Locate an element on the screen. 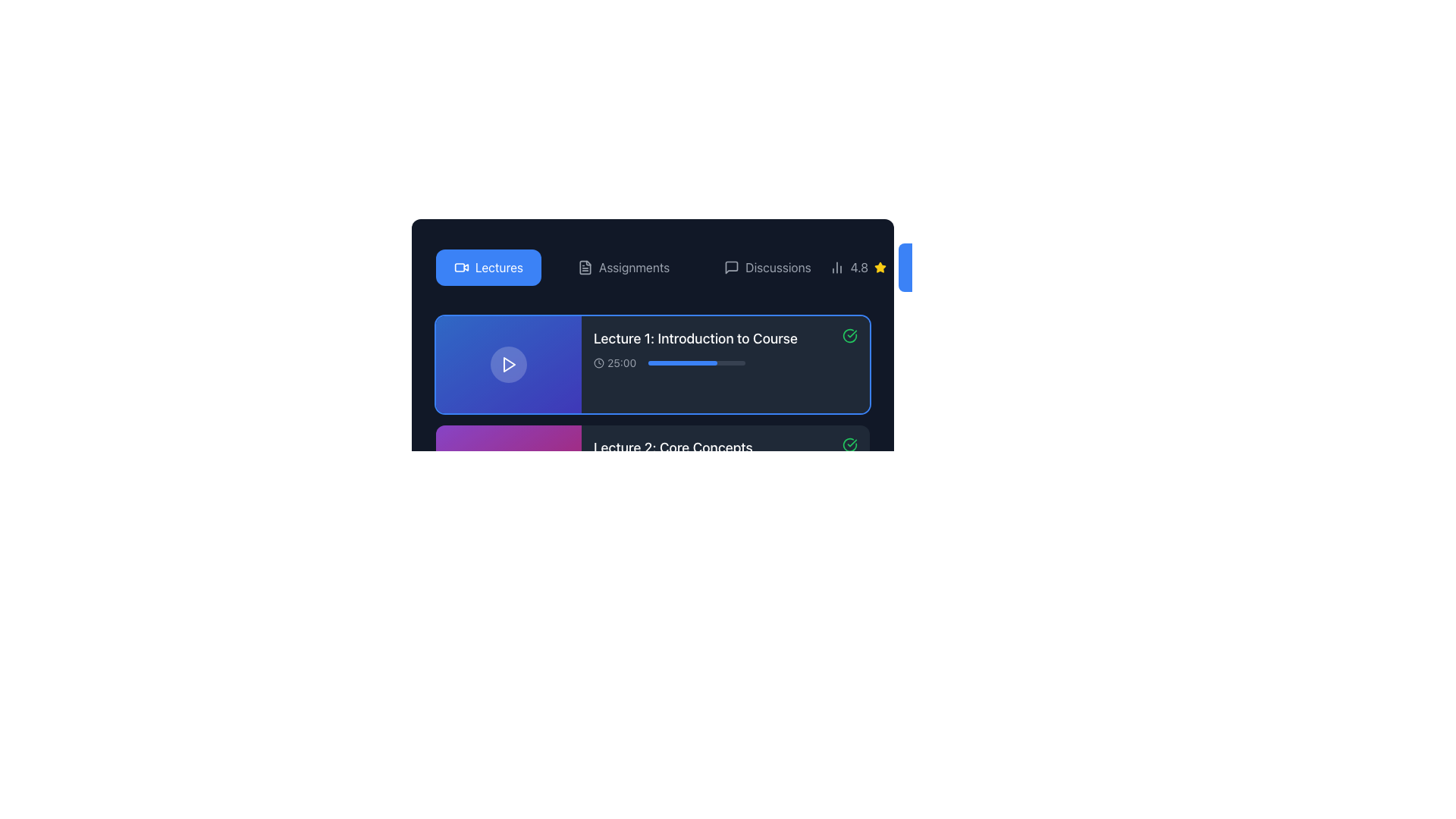  the slider is located at coordinates (672, 362).